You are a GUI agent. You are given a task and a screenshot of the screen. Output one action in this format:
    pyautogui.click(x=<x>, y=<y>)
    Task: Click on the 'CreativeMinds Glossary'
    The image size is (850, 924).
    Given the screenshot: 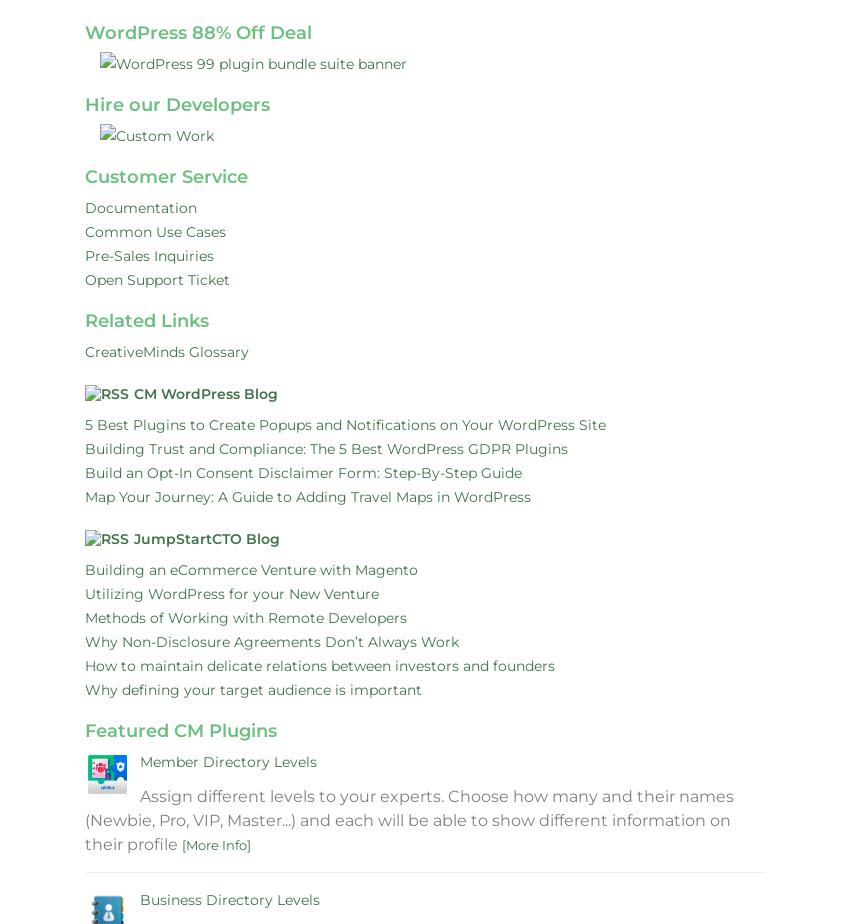 What is the action you would take?
    pyautogui.click(x=167, y=352)
    